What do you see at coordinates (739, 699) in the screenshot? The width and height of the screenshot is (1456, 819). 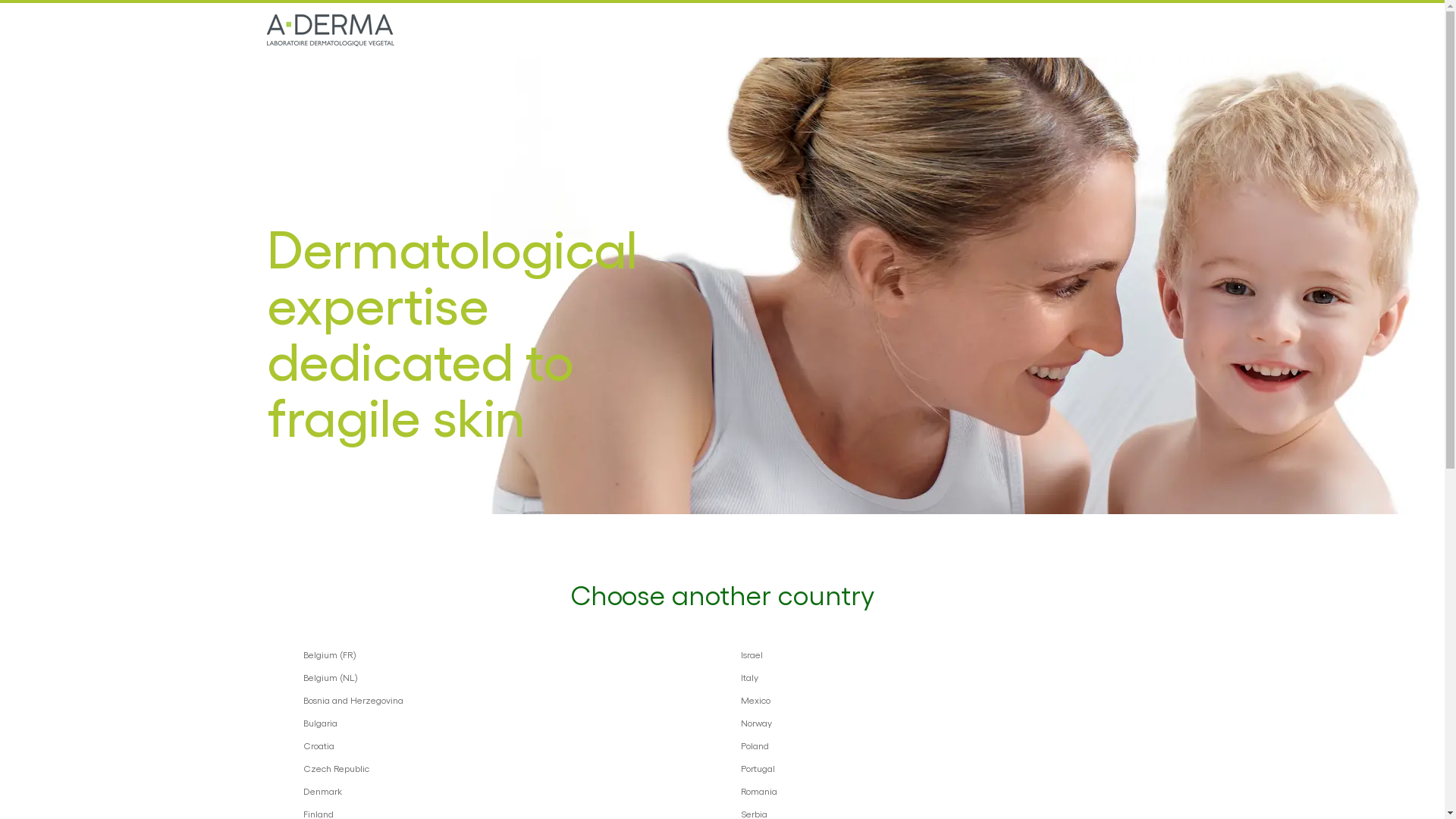 I see `'Mexico'` at bounding box center [739, 699].